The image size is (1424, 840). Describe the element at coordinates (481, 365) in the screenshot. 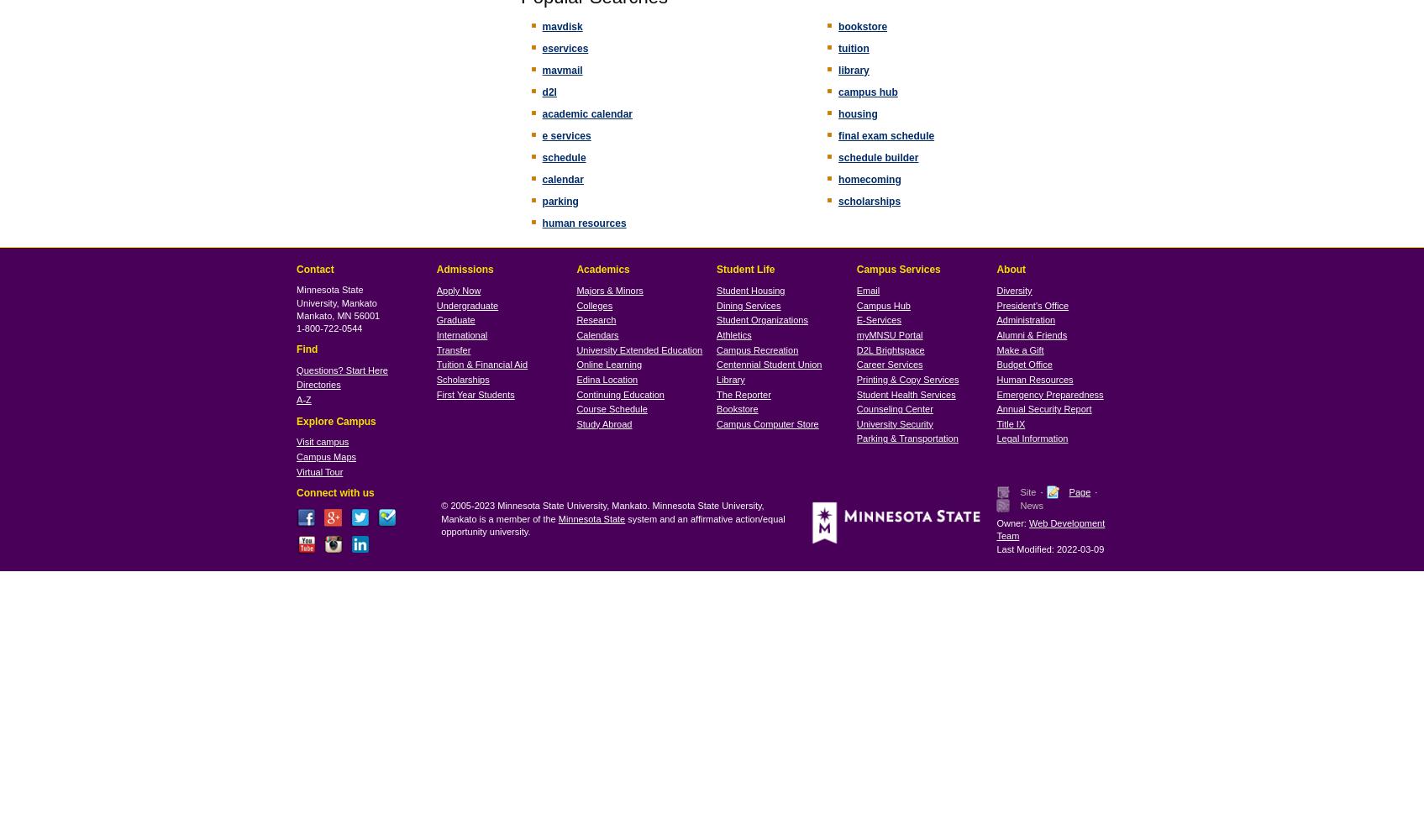

I see `'Tuition & Financial Aid'` at that location.